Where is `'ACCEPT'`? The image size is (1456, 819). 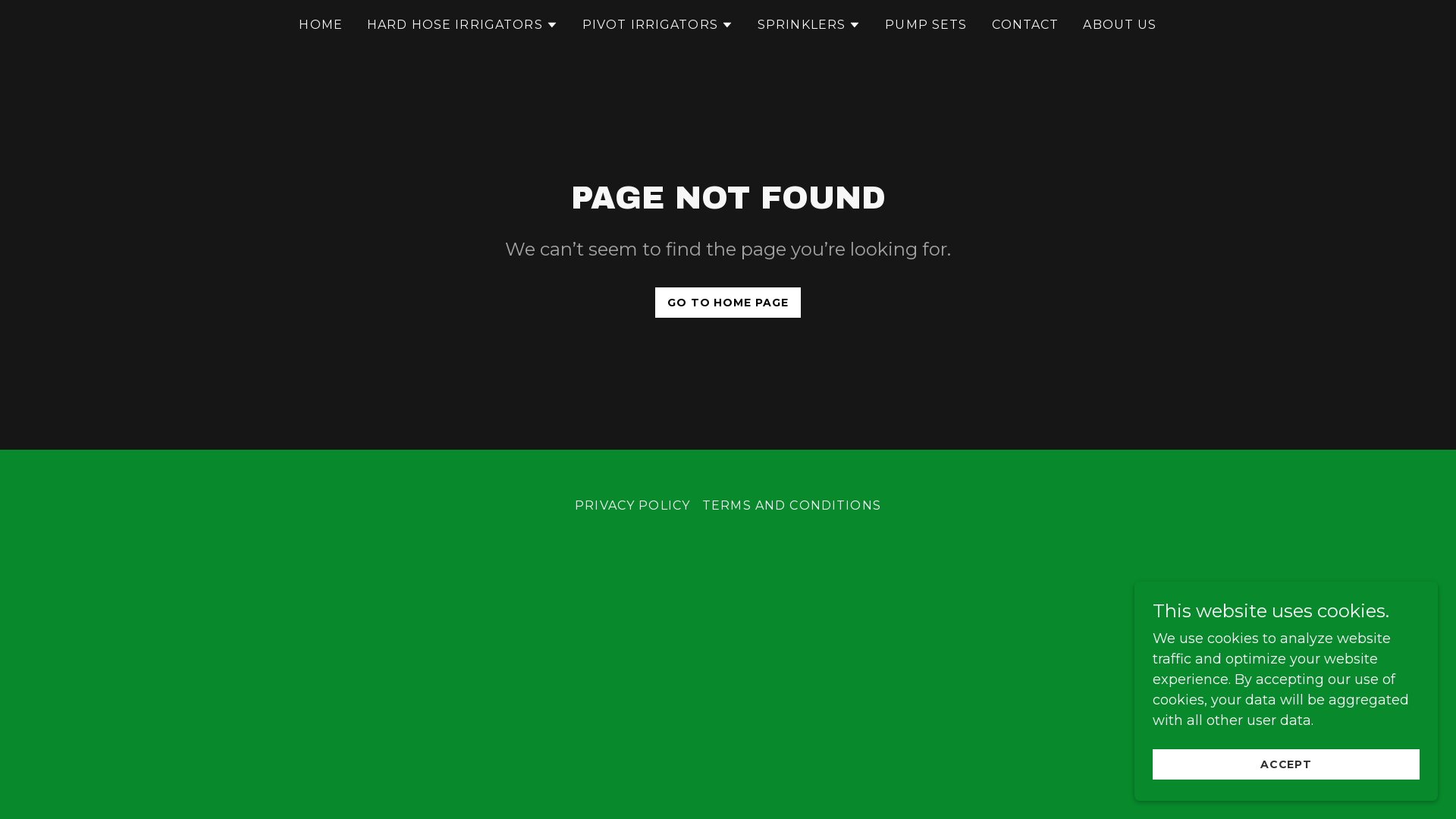
'ACCEPT' is located at coordinates (1285, 764).